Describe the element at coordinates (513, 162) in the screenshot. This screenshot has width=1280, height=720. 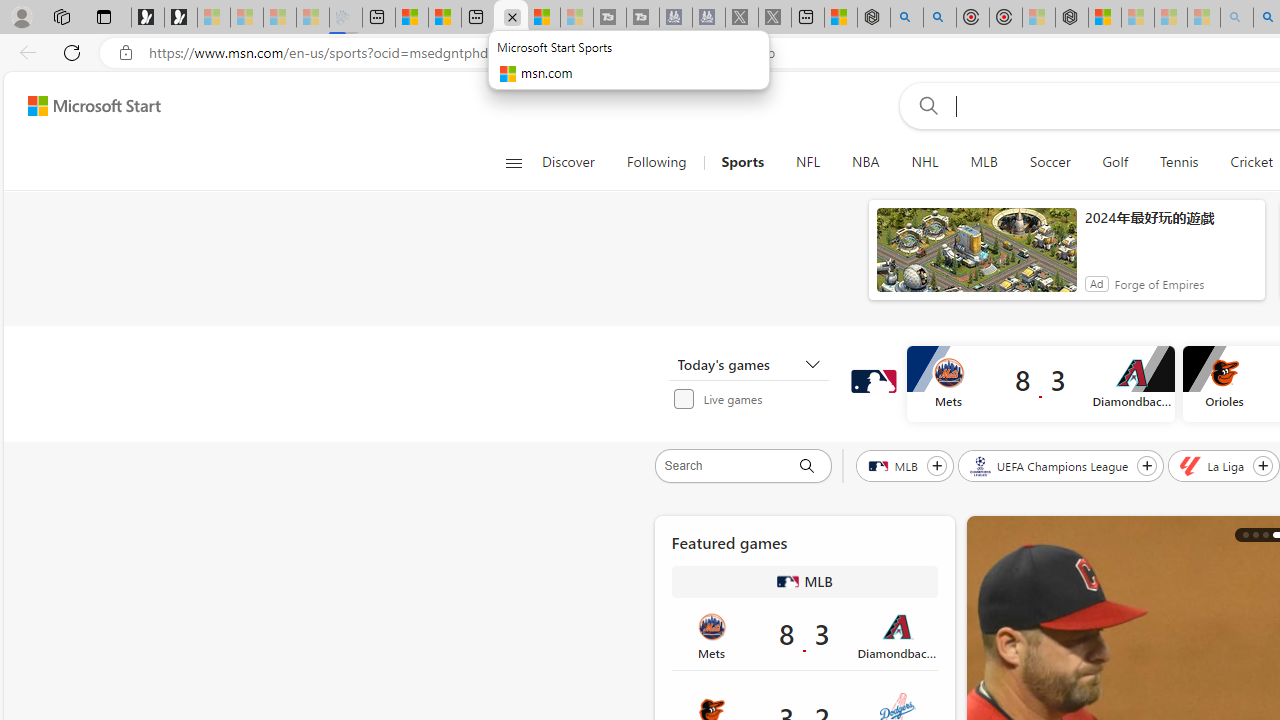
I see `'Open navigation menu'` at that location.